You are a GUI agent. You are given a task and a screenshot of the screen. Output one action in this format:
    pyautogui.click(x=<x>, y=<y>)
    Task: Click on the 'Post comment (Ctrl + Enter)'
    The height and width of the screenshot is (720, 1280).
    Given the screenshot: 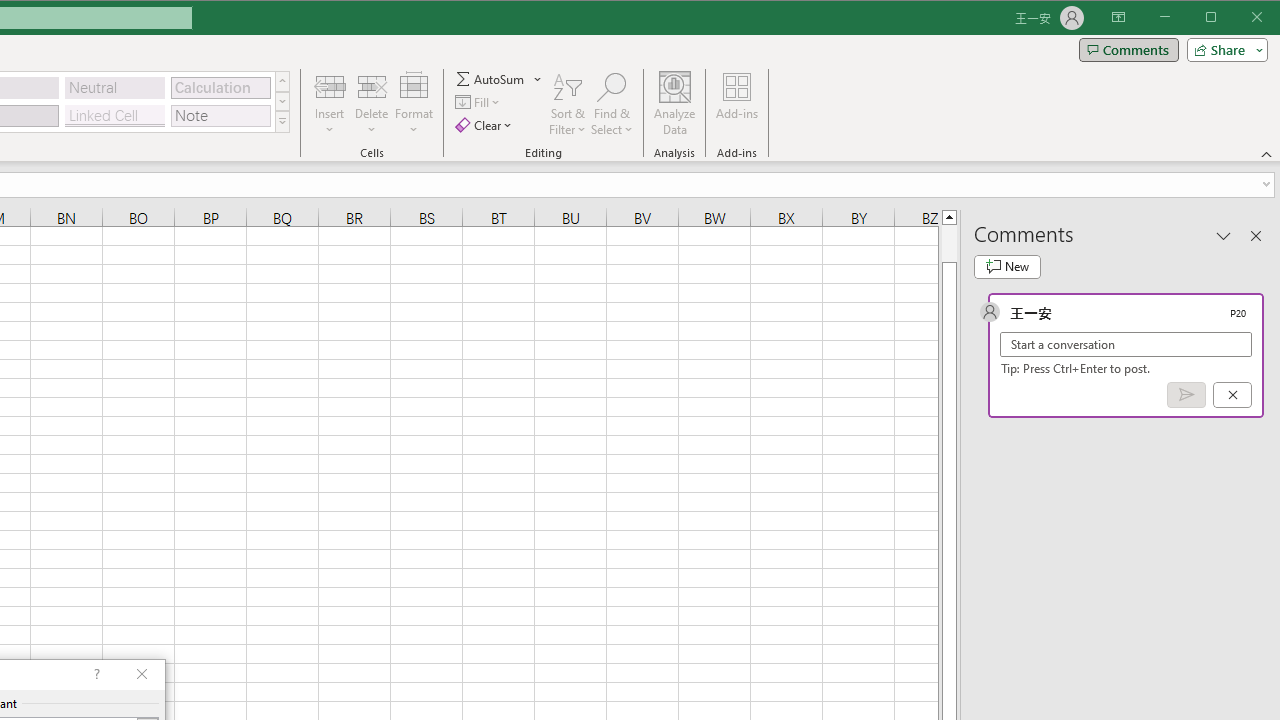 What is the action you would take?
    pyautogui.click(x=1186, y=395)
    